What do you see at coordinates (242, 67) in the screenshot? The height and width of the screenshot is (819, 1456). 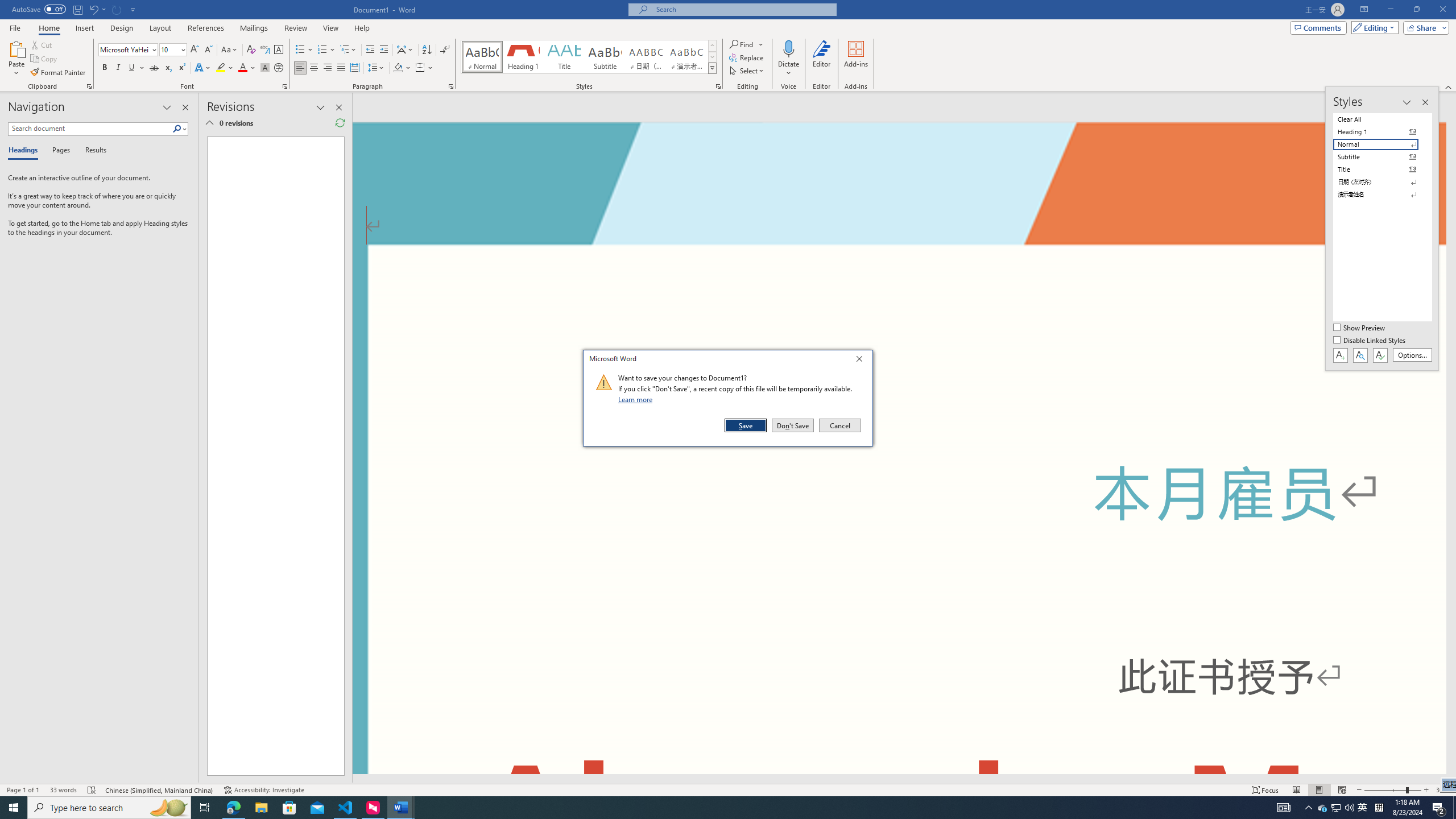 I see `'Font Color Red'` at bounding box center [242, 67].